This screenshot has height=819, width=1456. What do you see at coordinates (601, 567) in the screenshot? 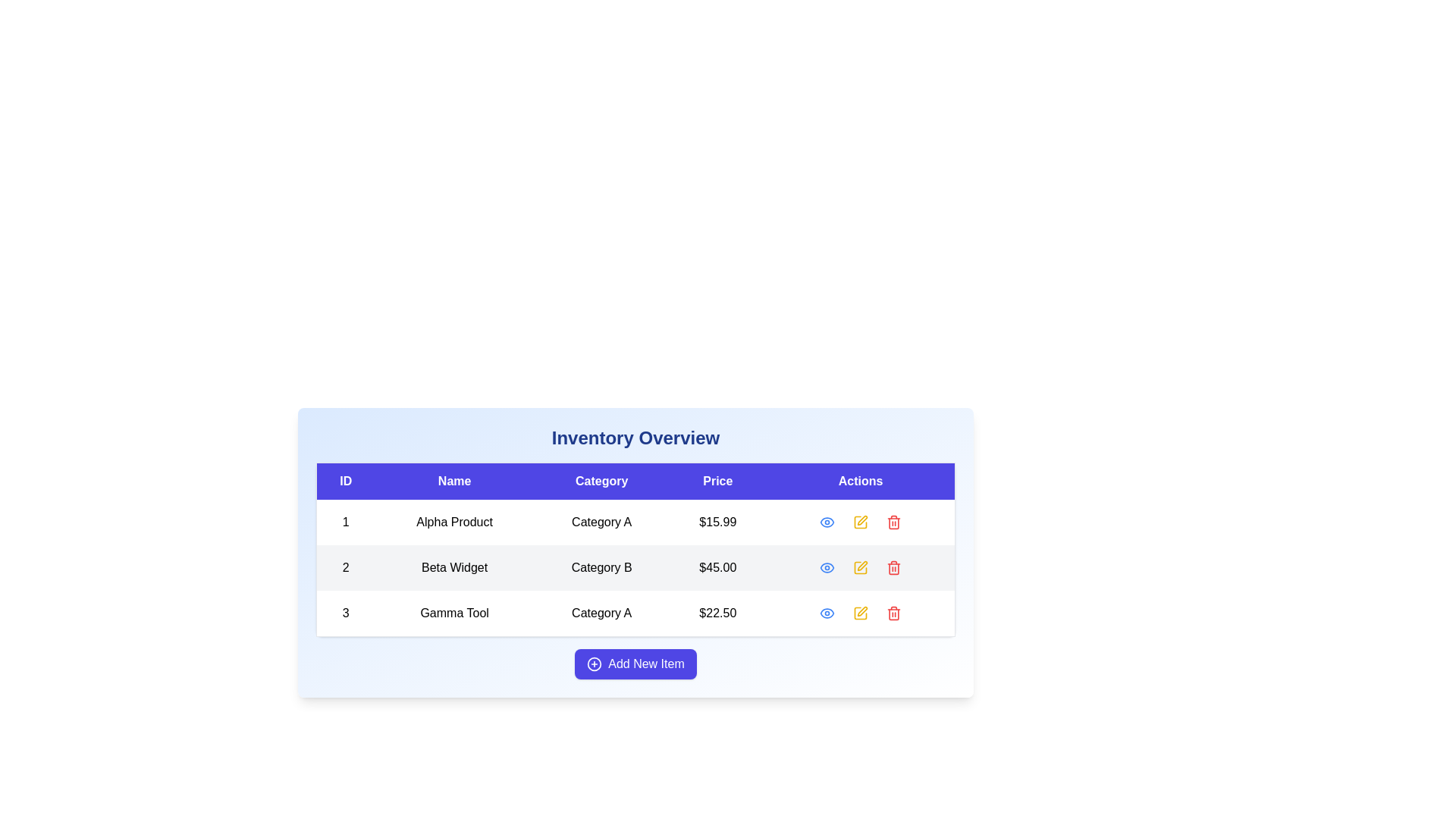
I see `the text element displaying 'Category B' in the third column of the second row of the table, which provides category information for the product` at bounding box center [601, 567].